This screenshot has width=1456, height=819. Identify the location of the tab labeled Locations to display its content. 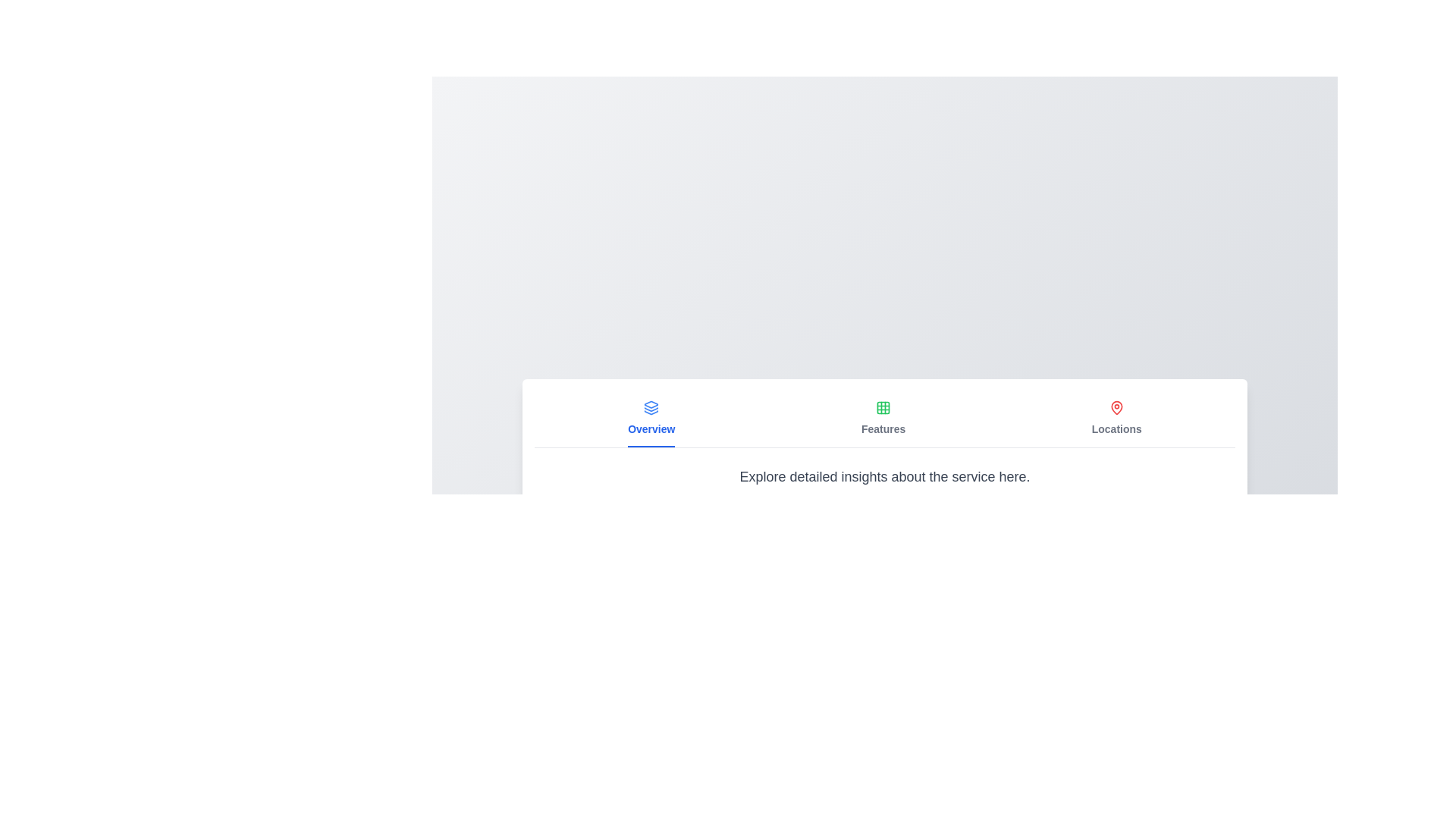
(1116, 418).